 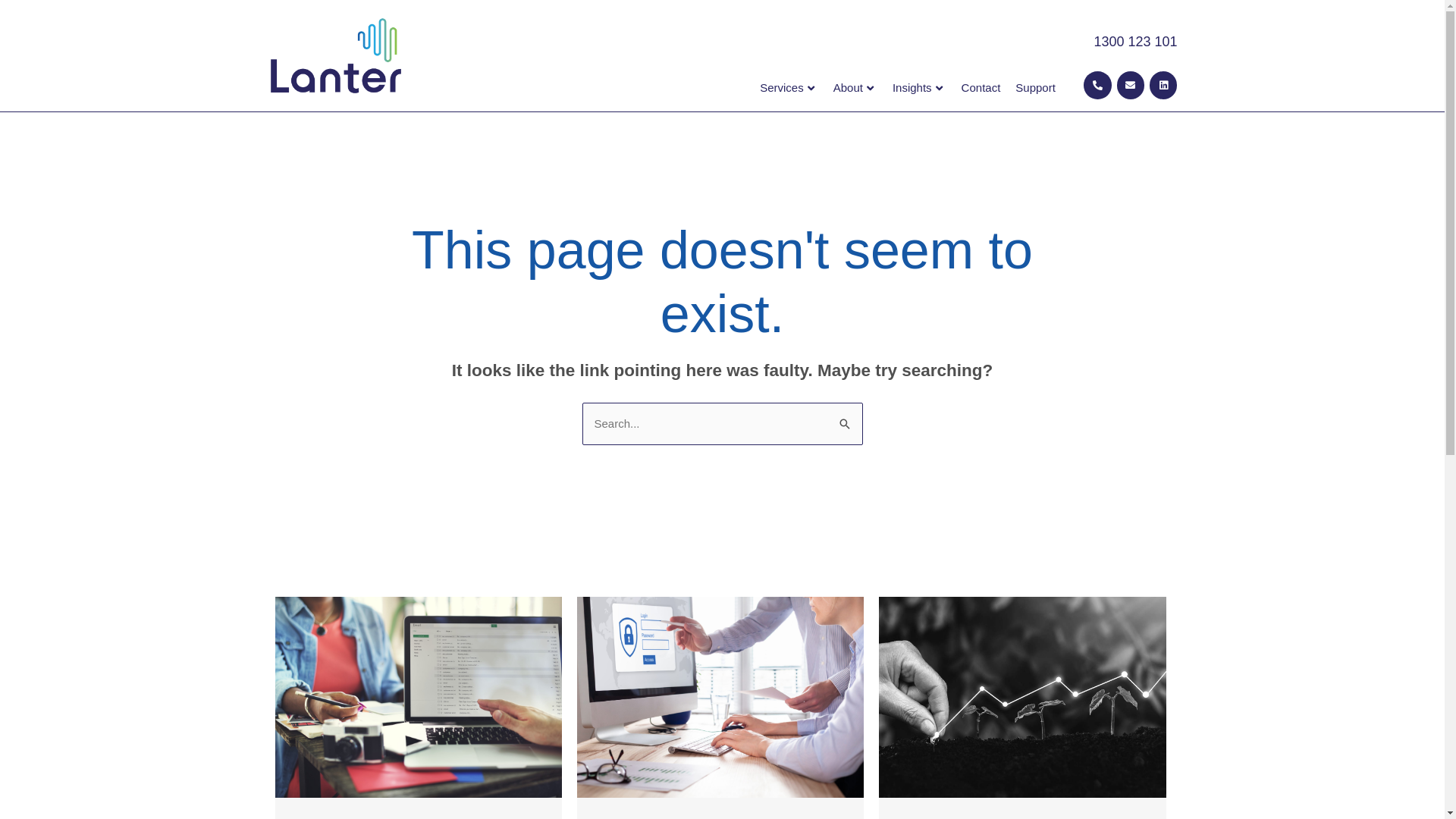 What do you see at coordinates (844, 418) in the screenshot?
I see `'Search'` at bounding box center [844, 418].